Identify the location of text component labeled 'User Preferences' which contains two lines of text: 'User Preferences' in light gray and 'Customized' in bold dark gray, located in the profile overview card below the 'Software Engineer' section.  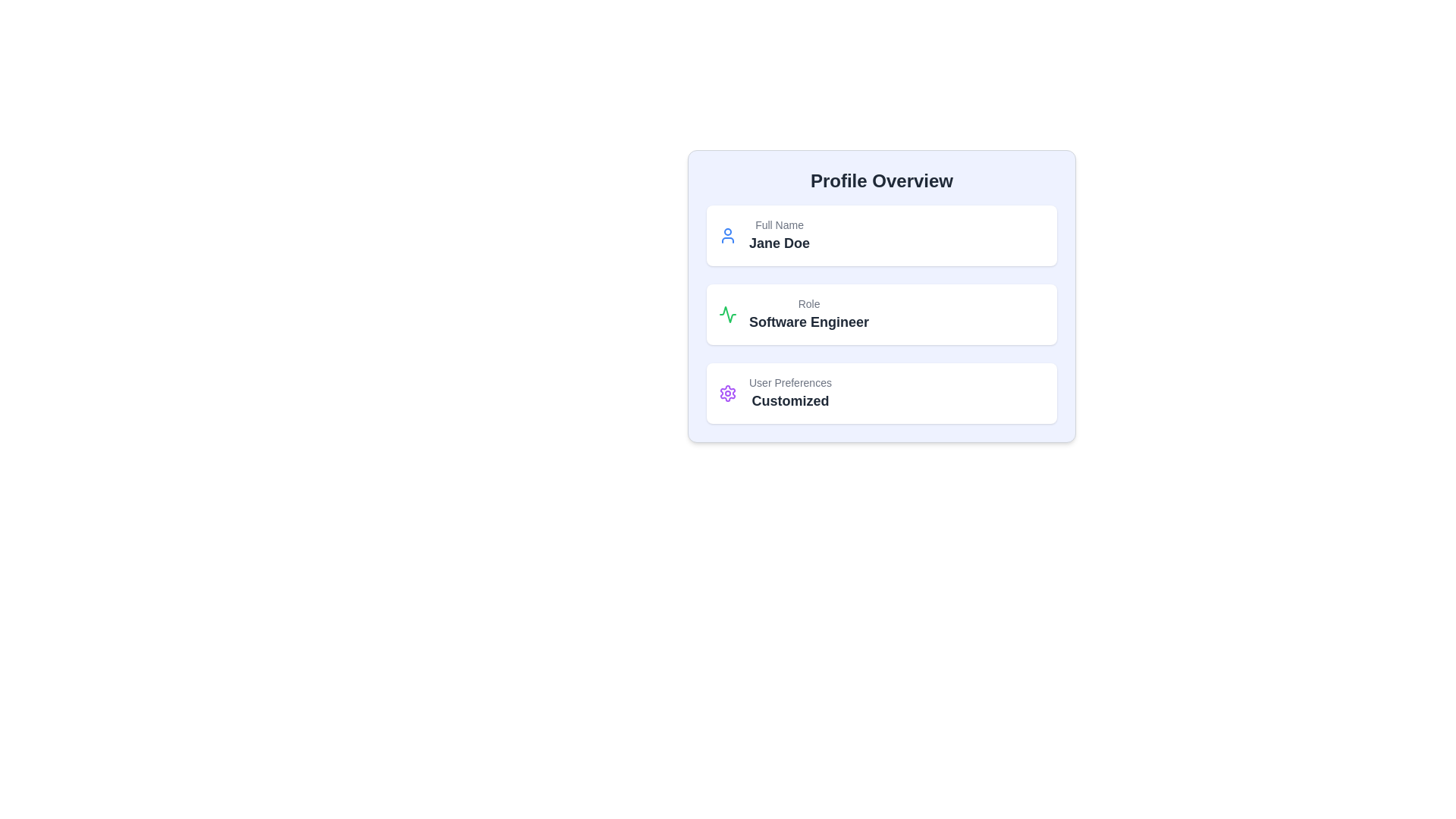
(789, 393).